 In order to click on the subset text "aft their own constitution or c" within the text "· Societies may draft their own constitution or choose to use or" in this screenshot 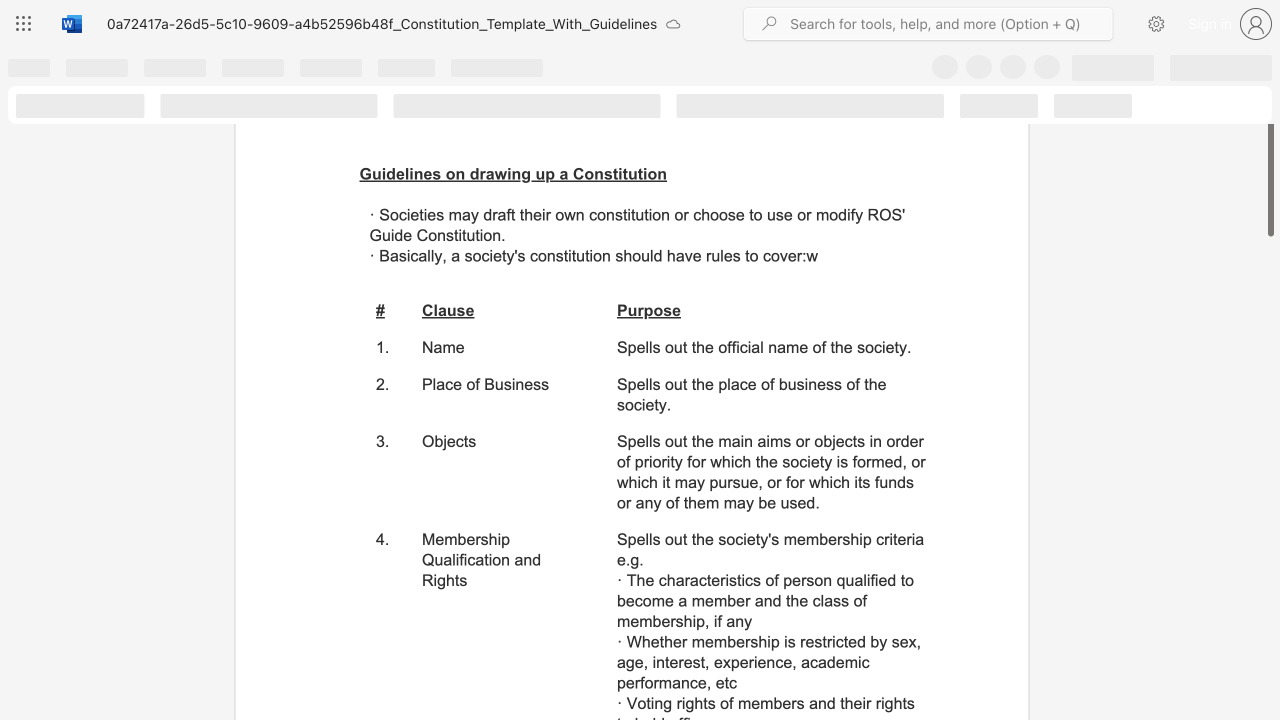, I will do `click(497, 214)`.